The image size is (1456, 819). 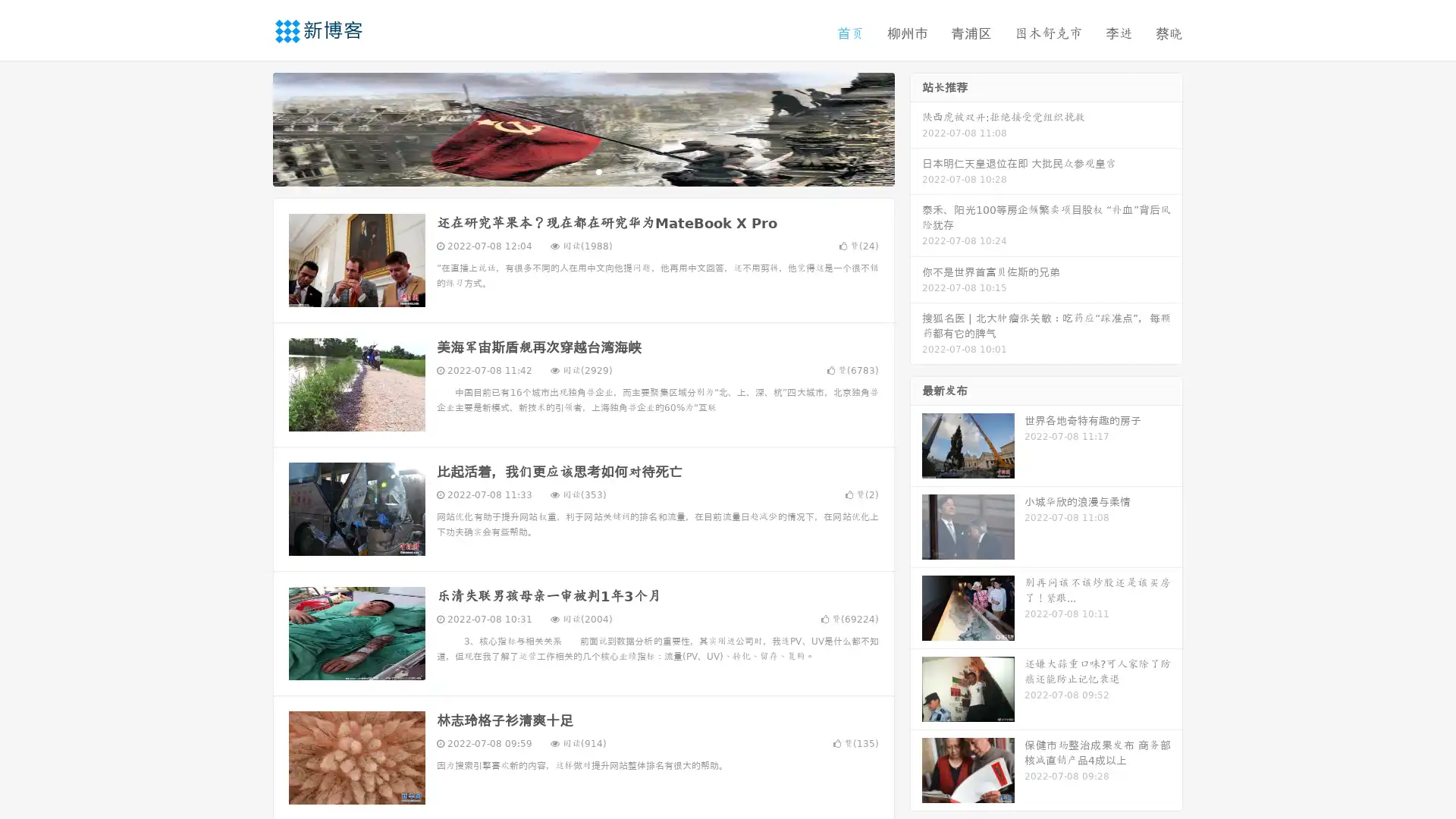 I want to click on Go to slide 2, so click(x=582, y=171).